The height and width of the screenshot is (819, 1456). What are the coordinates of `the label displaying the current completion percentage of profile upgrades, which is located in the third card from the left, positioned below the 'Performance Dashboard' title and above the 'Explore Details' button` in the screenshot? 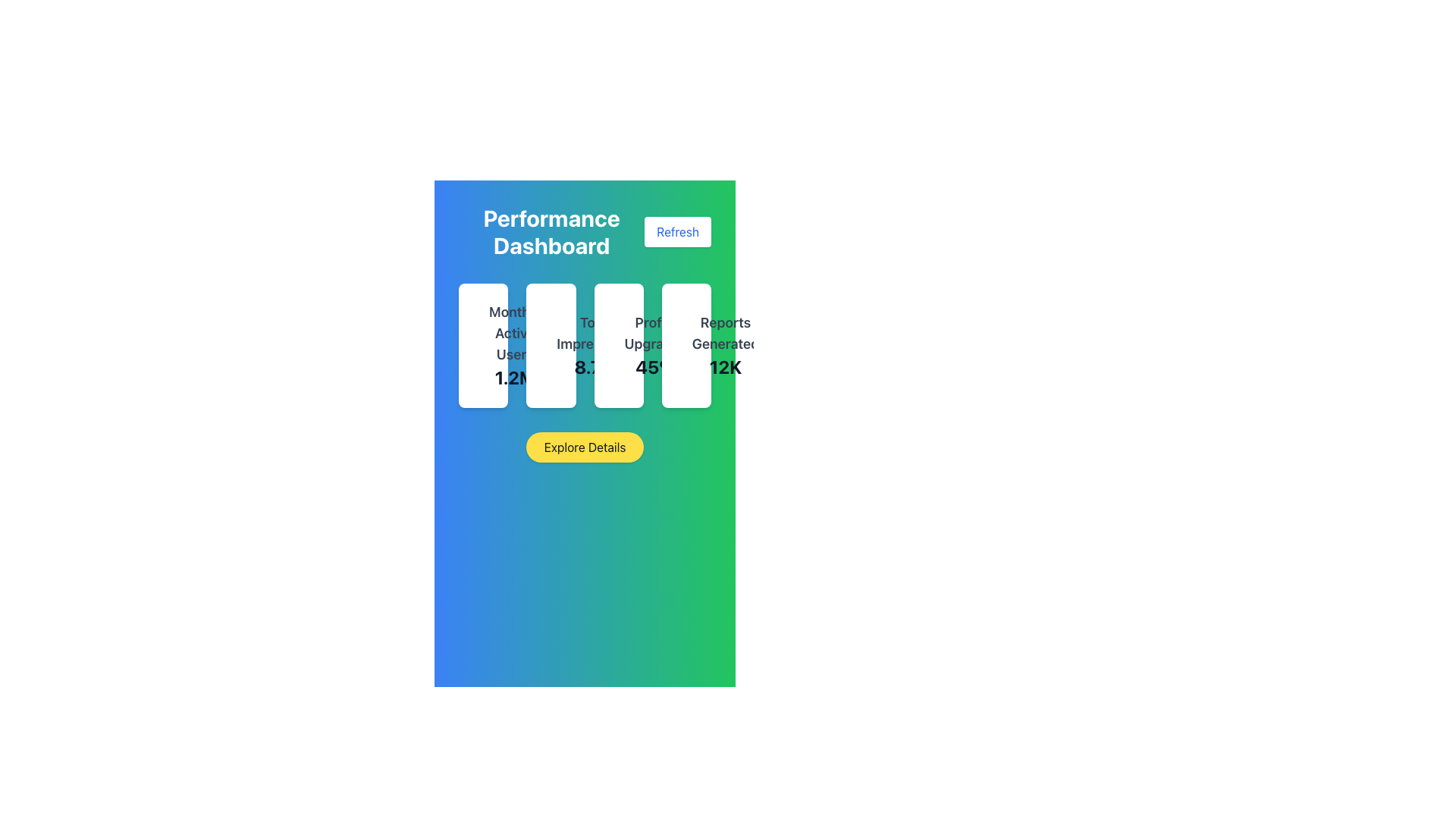 It's located at (655, 345).